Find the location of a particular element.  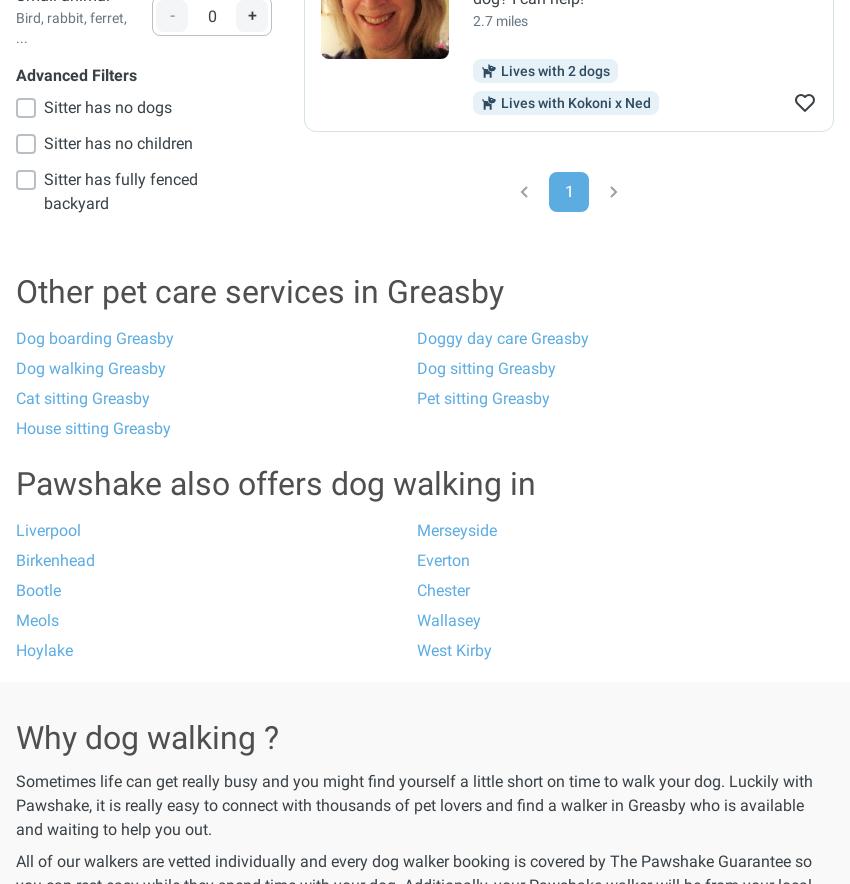

'Bird, rabbit, ferret, ...' is located at coordinates (71, 28).